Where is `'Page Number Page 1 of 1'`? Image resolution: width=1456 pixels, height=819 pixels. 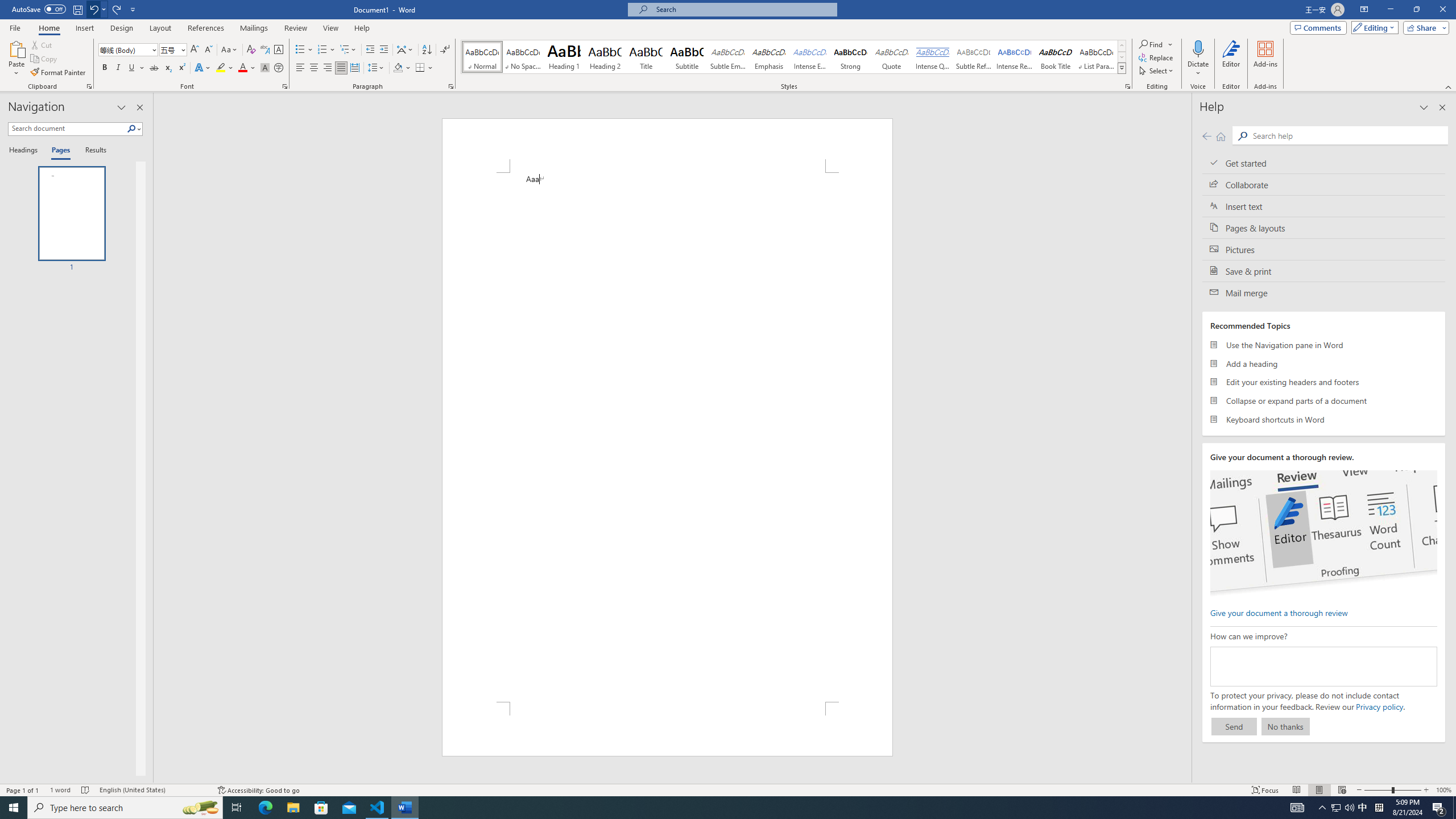
'Page Number Page 1 of 1' is located at coordinates (23, 790).